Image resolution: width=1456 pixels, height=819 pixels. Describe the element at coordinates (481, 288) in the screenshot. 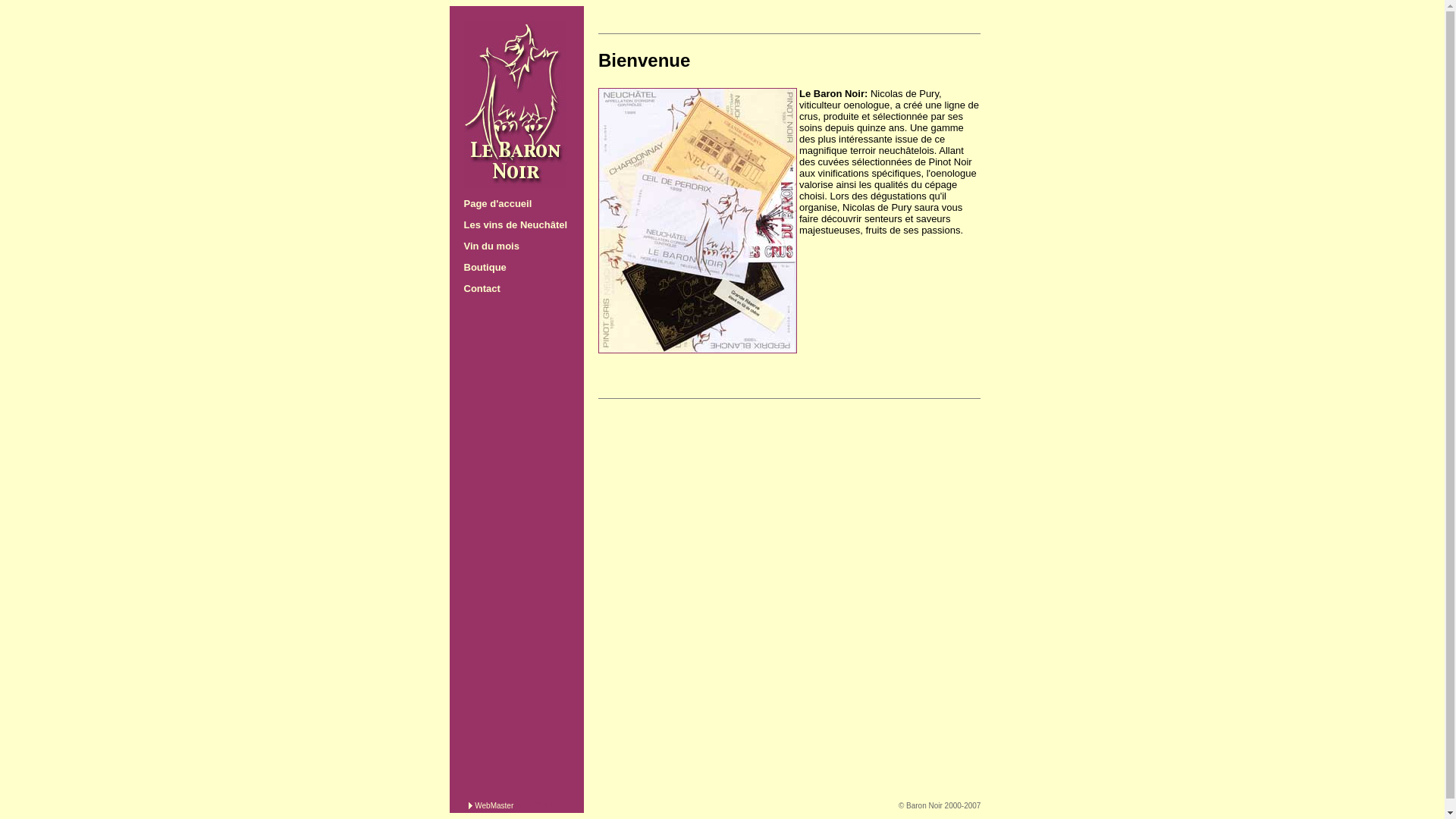

I see `'Contact'` at that location.